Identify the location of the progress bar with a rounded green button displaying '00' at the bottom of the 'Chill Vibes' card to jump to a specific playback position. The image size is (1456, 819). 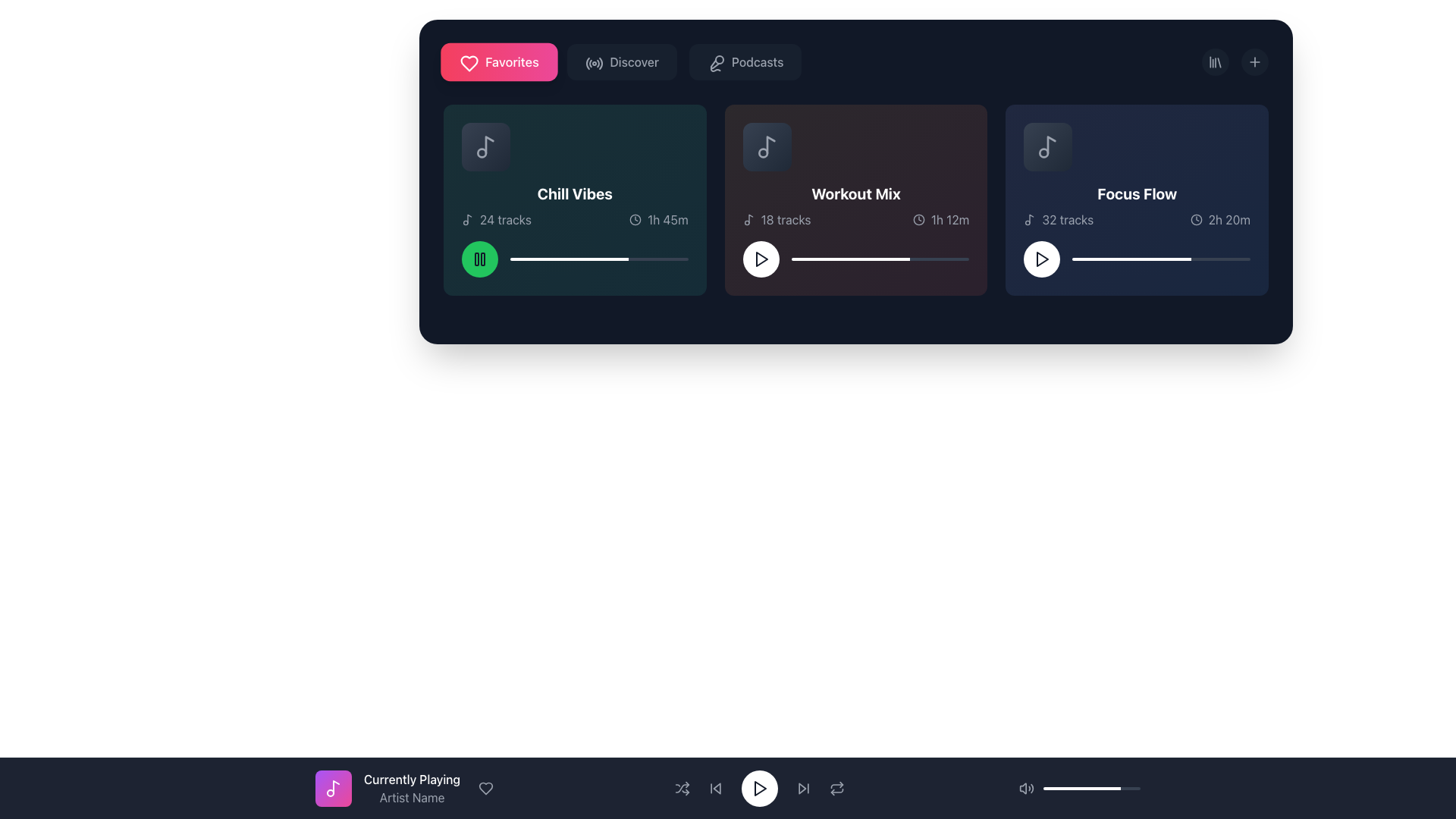
(574, 259).